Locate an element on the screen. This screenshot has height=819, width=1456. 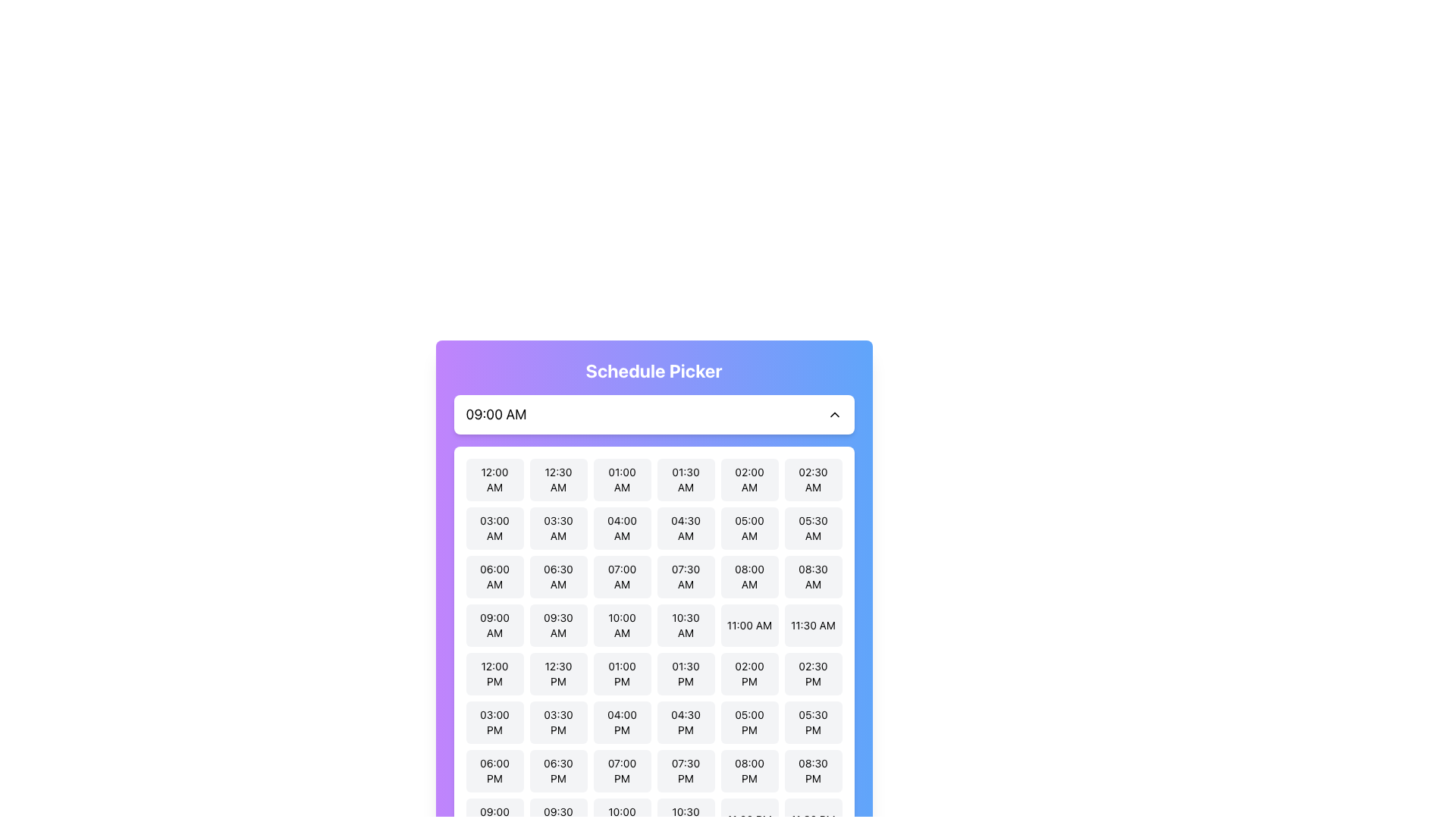
the Time slot button labeled '02:00 PM' is located at coordinates (749, 673).